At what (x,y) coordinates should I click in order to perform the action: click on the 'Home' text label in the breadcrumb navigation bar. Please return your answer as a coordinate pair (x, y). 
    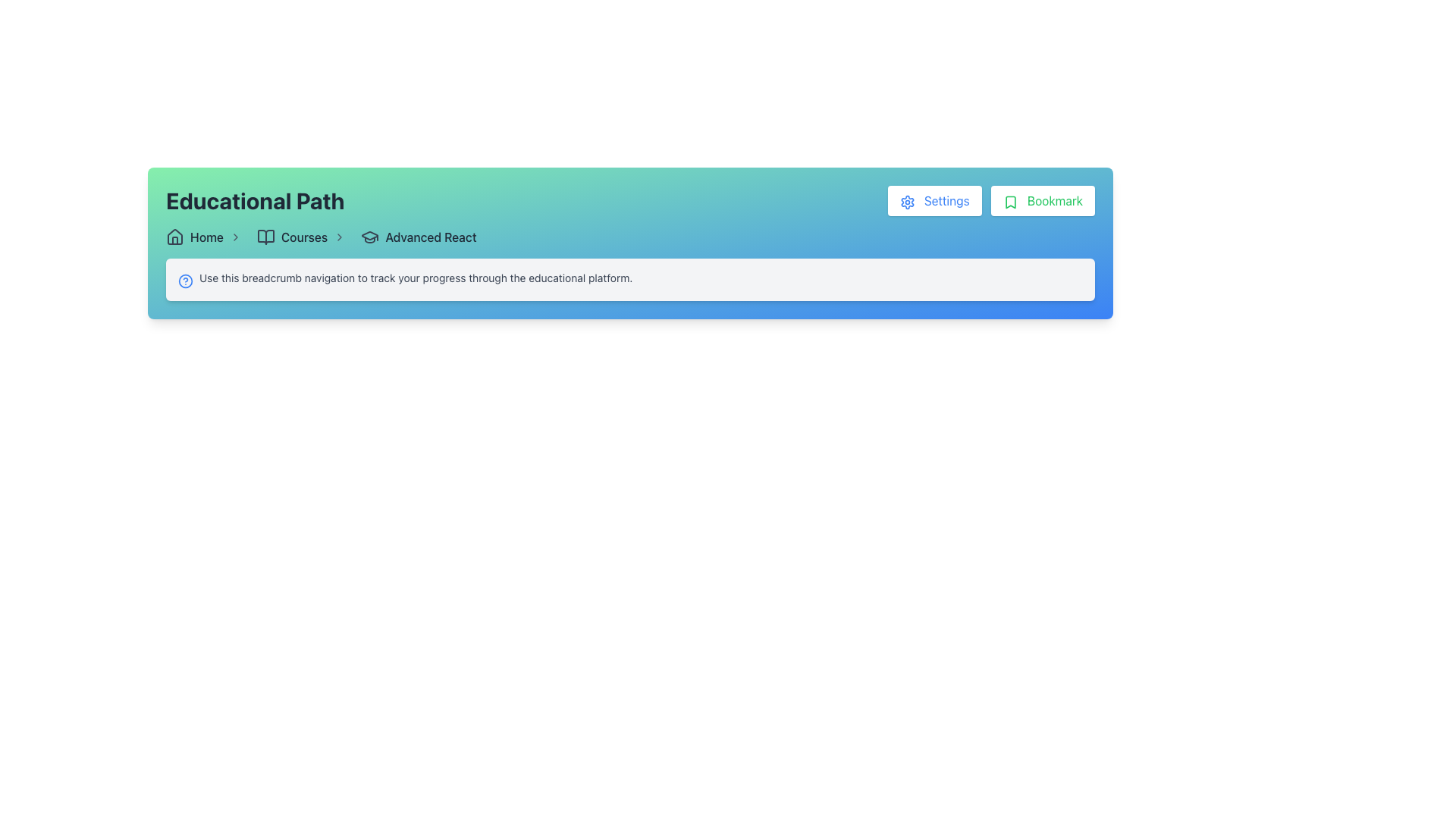
    Looking at the image, I should click on (206, 237).